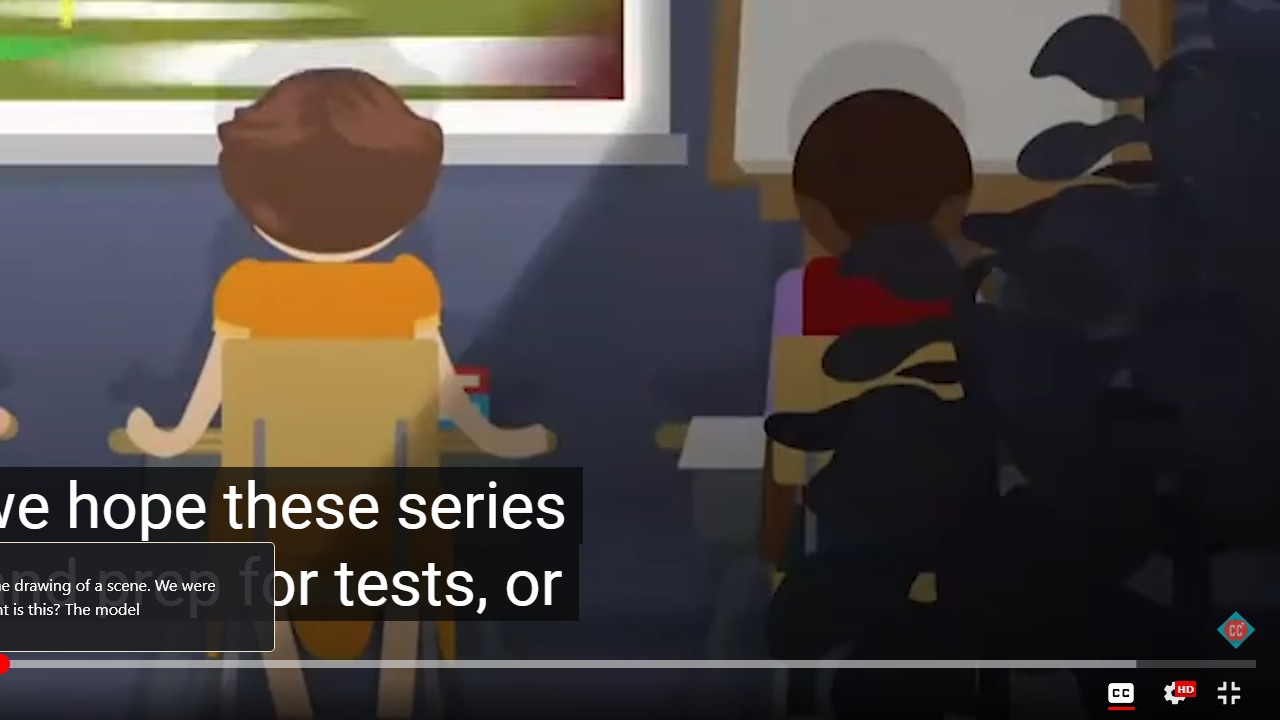  What do you see at coordinates (1121, 692) in the screenshot?
I see `'Subtitles/closed captions unavailable'` at bounding box center [1121, 692].